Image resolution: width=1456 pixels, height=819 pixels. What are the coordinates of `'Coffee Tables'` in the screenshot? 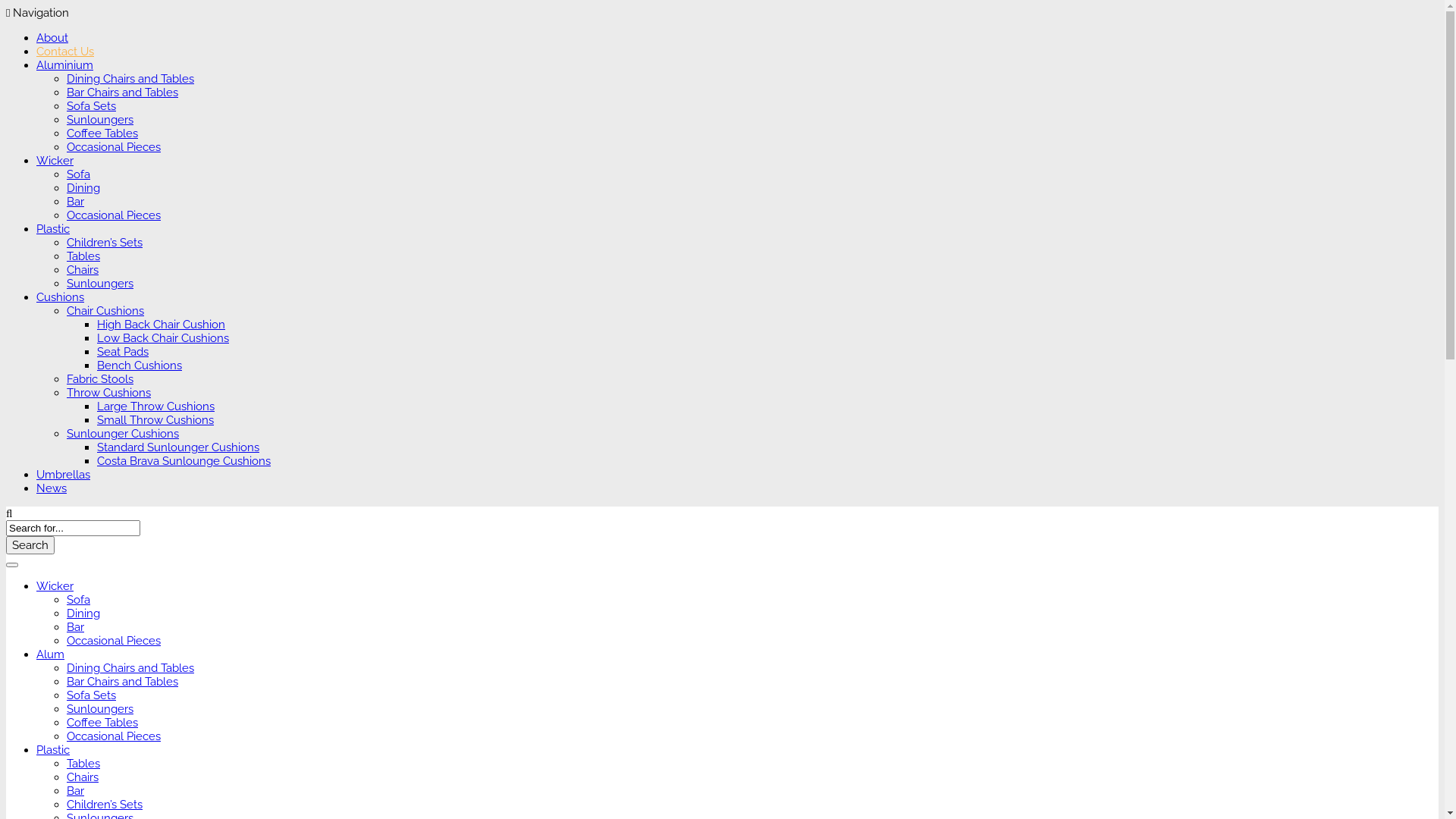 It's located at (101, 721).